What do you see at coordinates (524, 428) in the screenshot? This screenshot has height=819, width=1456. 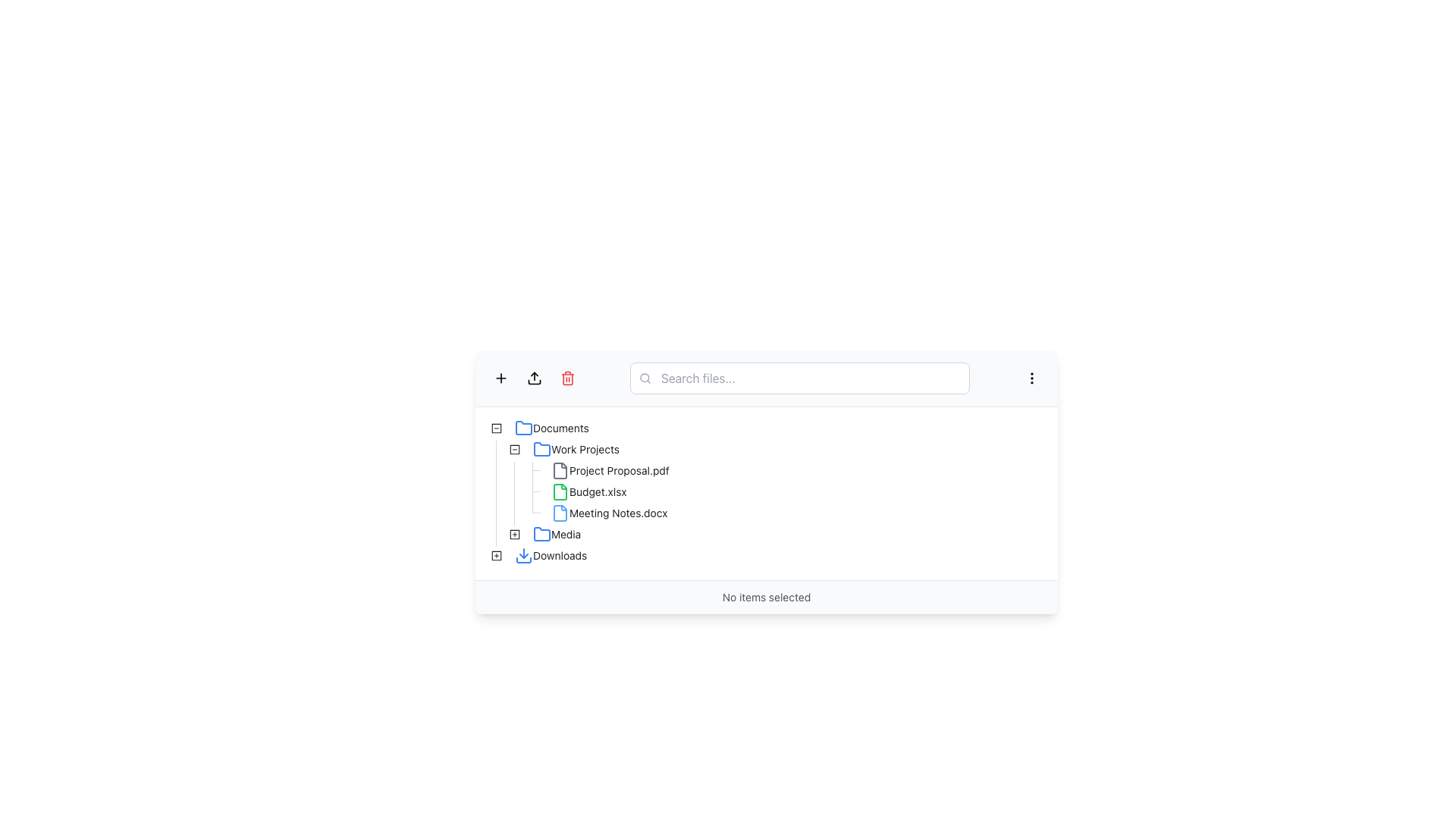 I see `the blue outlined folder icon at the beginning of the 'Documents' folder entry in the file tree interface` at bounding box center [524, 428].